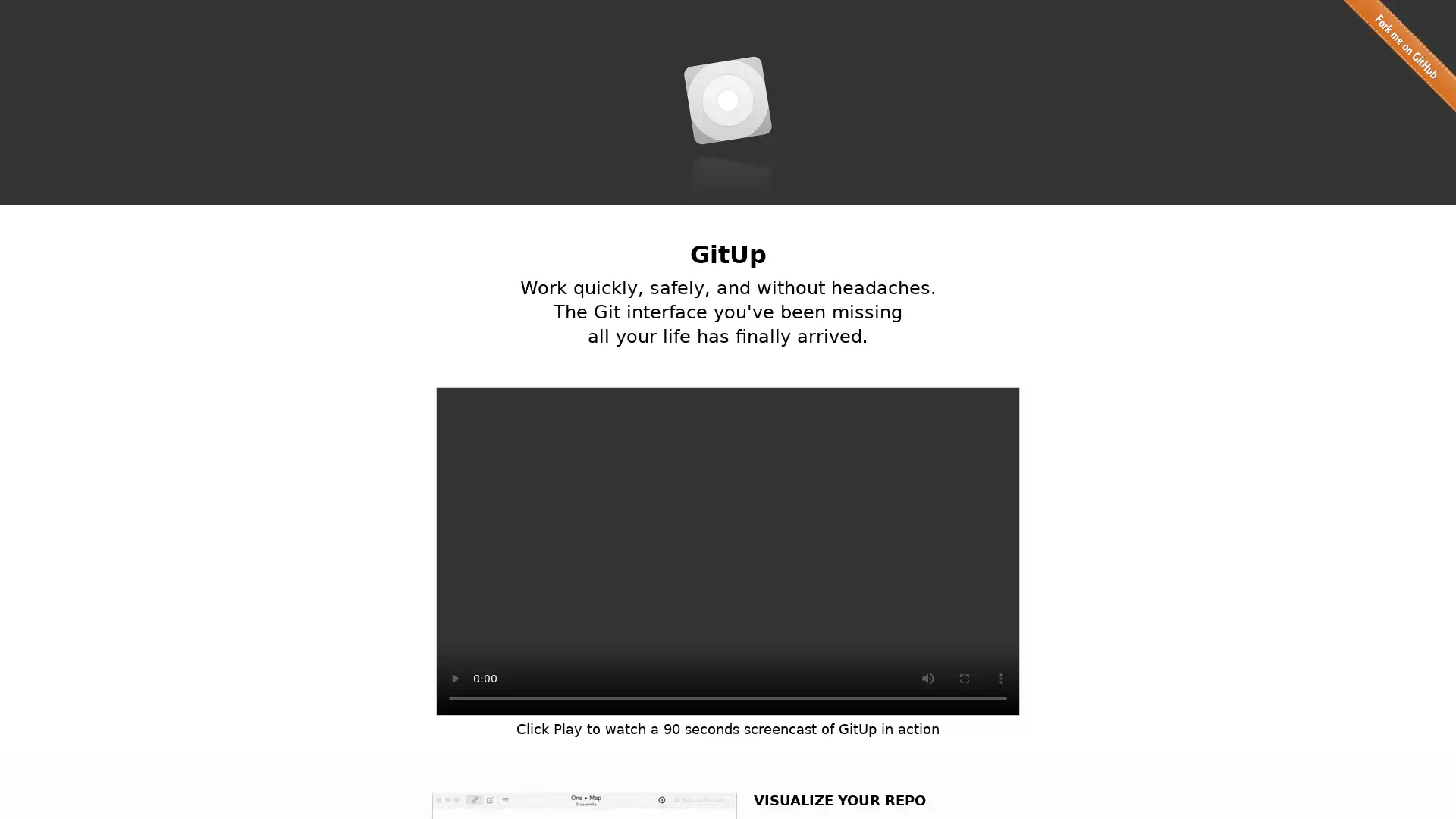 This screenshot has width=1456, height=819. What do you see at coordinates (927, 677) in the screenshot?
I see `mute` at bounding box center [927, 677].